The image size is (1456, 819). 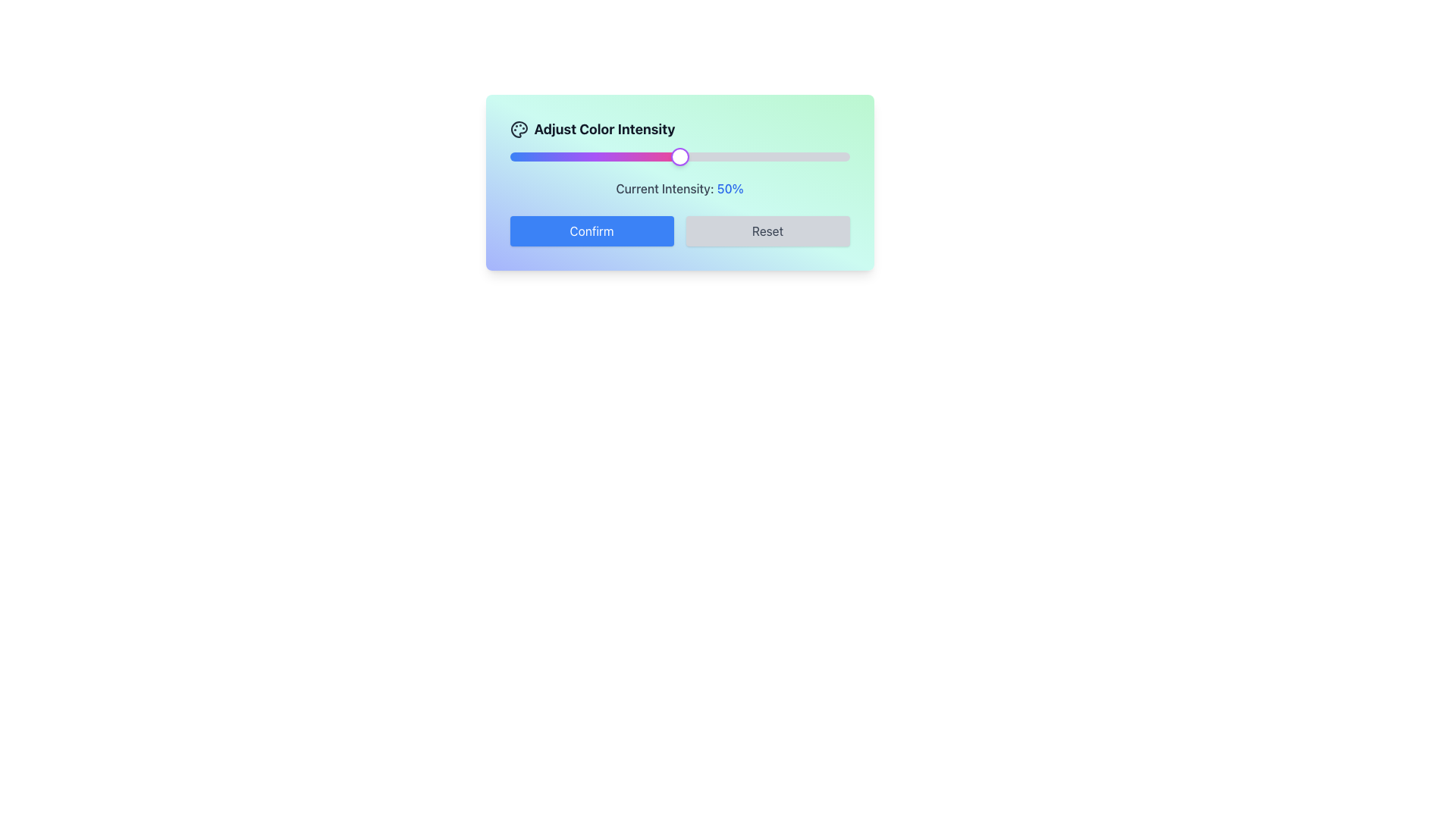 I want to click on the color intensity, so click(x=530, y=157).